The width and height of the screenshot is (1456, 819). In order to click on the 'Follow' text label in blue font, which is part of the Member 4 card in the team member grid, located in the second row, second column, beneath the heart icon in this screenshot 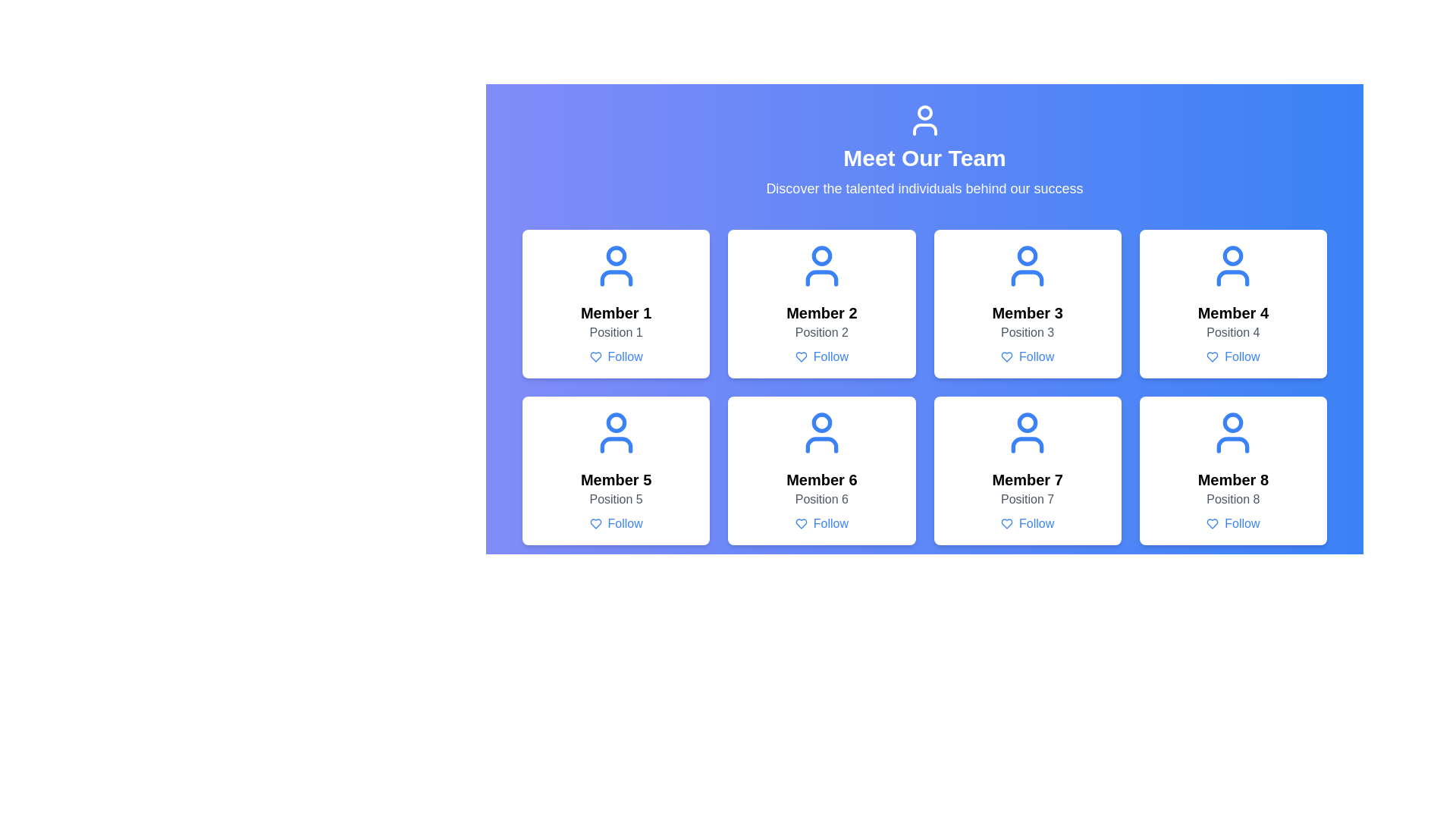, I will do `click(1242, 356)`.